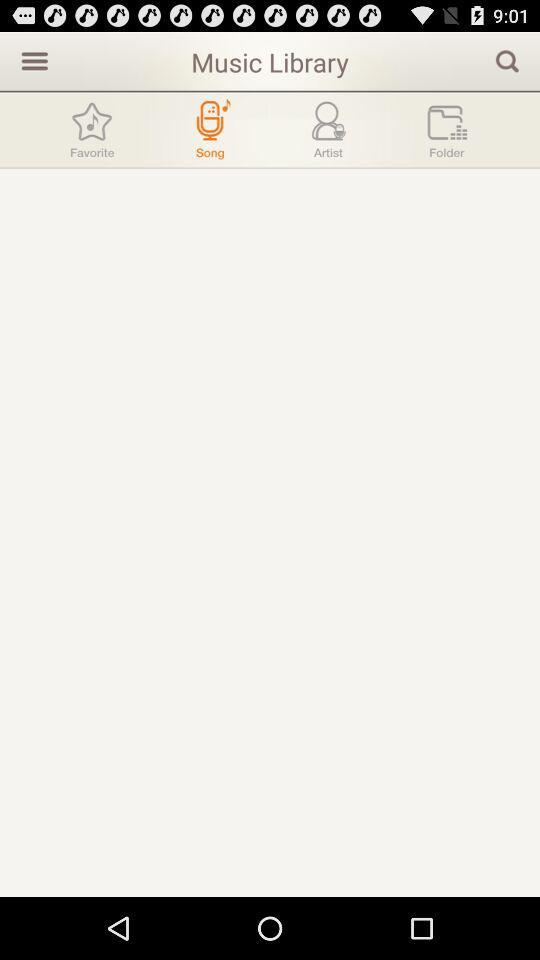  What do you see at coordinates (447, 128) in the screenshot?
I see `a folder` at bounding box center [447, 128].